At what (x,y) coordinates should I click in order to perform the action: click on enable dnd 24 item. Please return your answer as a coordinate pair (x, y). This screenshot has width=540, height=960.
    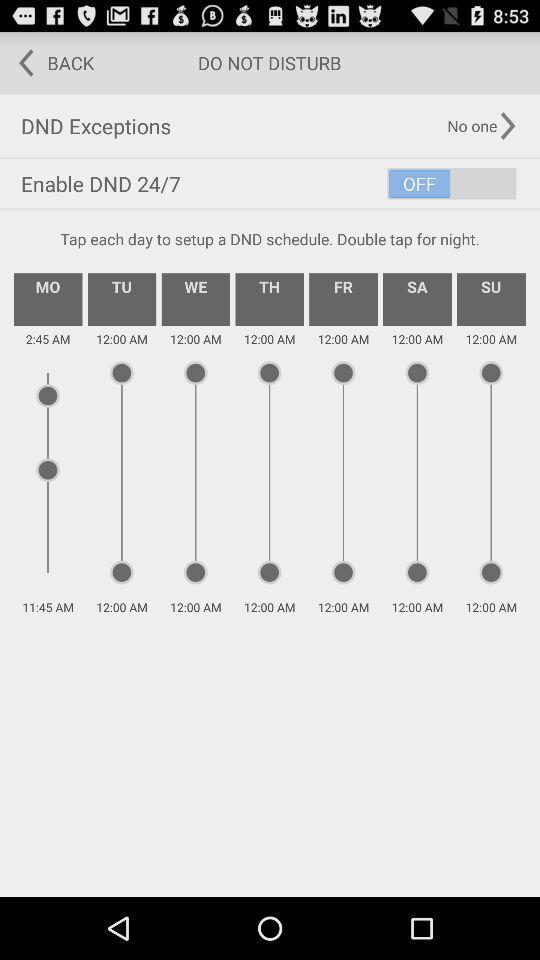
    Looking at the image, I should click on (270, 183).